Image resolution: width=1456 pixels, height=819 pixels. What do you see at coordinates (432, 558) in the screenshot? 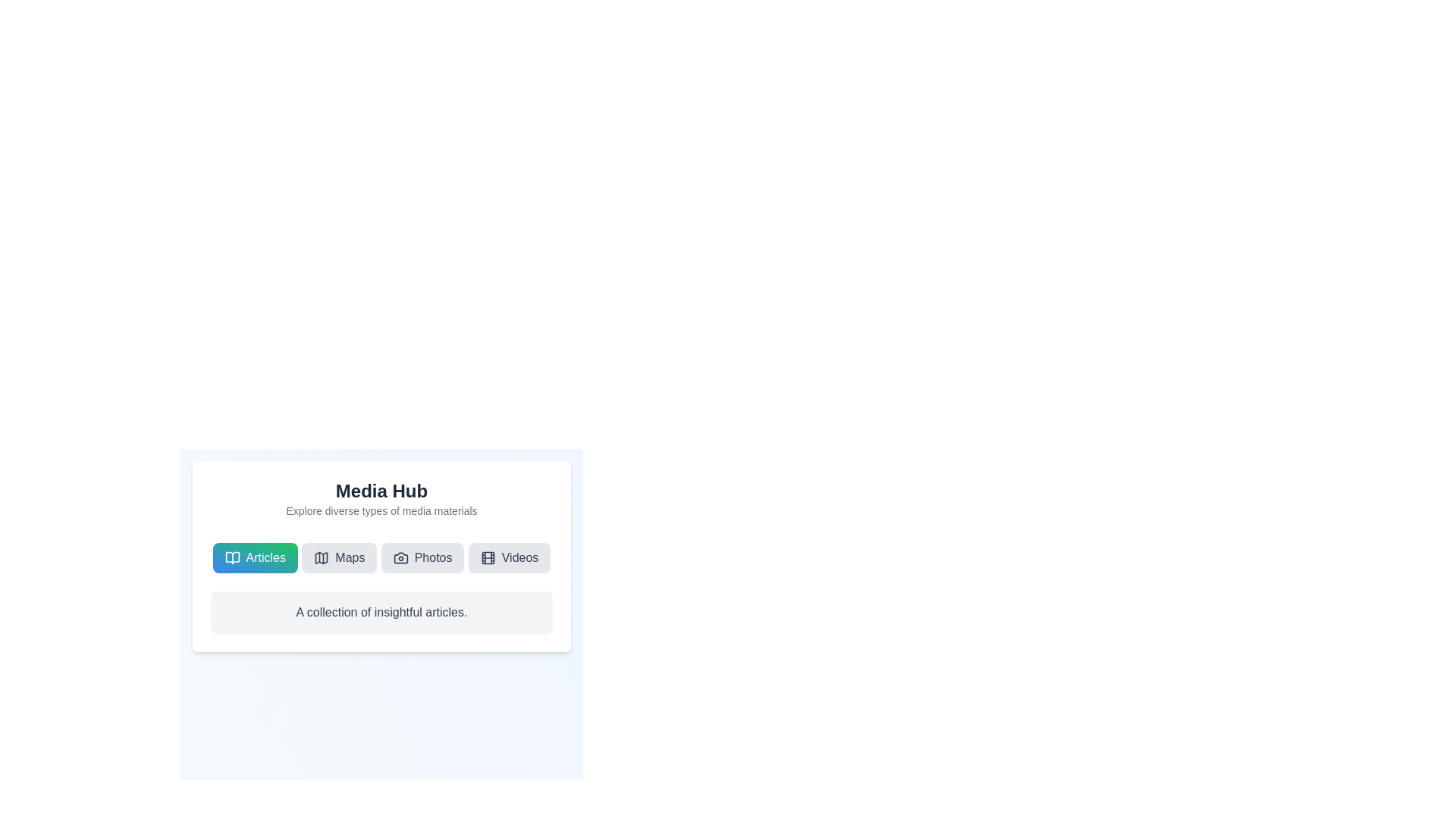
I see `the text label 'Photos' which is part of a button structure, located third from the left in a horizontal set of items below the 'Media Hub' heading` at bounding box center [432, 558].